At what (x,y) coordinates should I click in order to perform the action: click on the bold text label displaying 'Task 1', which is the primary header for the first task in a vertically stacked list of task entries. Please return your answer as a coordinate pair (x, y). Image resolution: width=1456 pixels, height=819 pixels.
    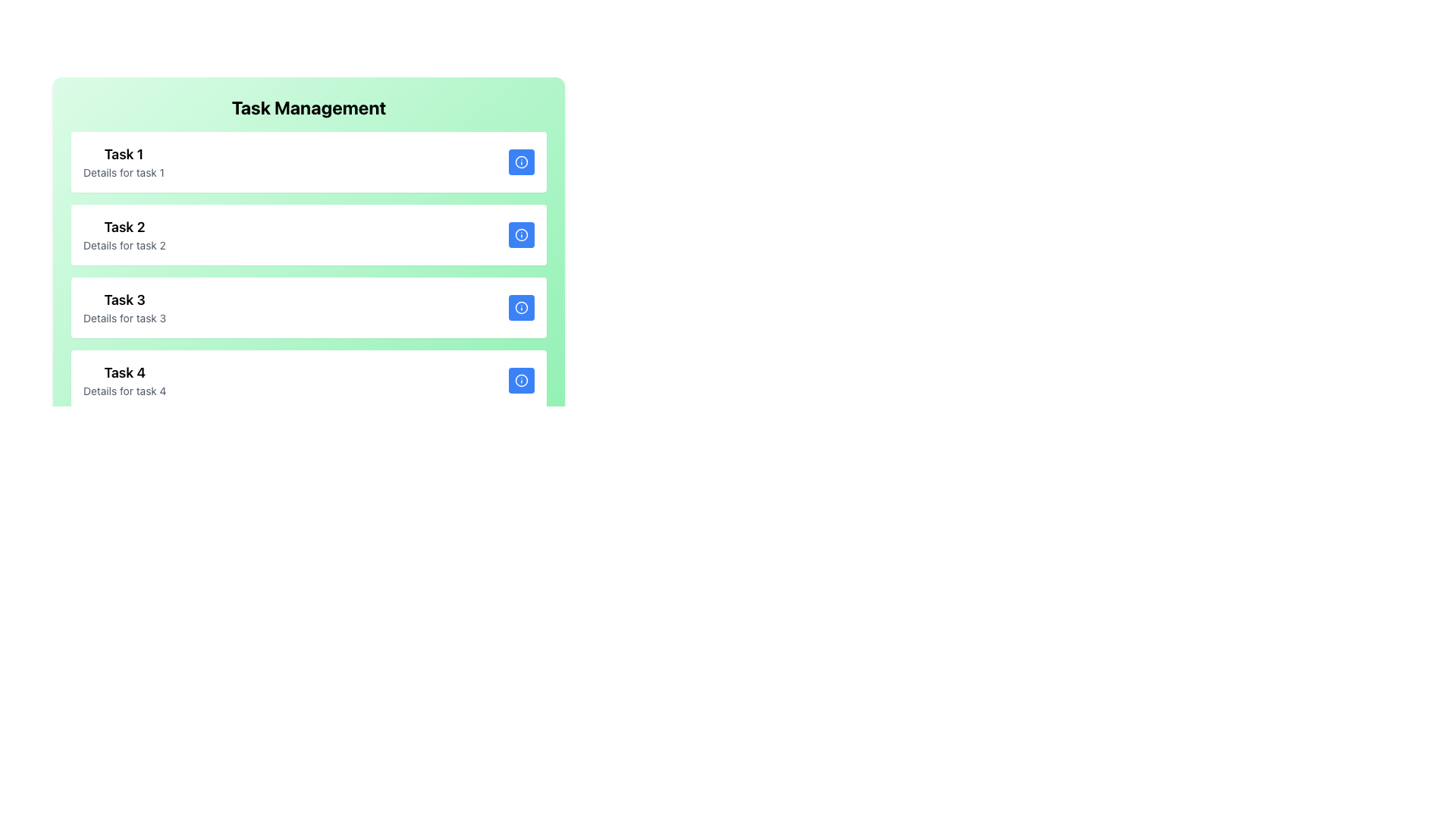
    Looking at the image, I should click on (124, 155).